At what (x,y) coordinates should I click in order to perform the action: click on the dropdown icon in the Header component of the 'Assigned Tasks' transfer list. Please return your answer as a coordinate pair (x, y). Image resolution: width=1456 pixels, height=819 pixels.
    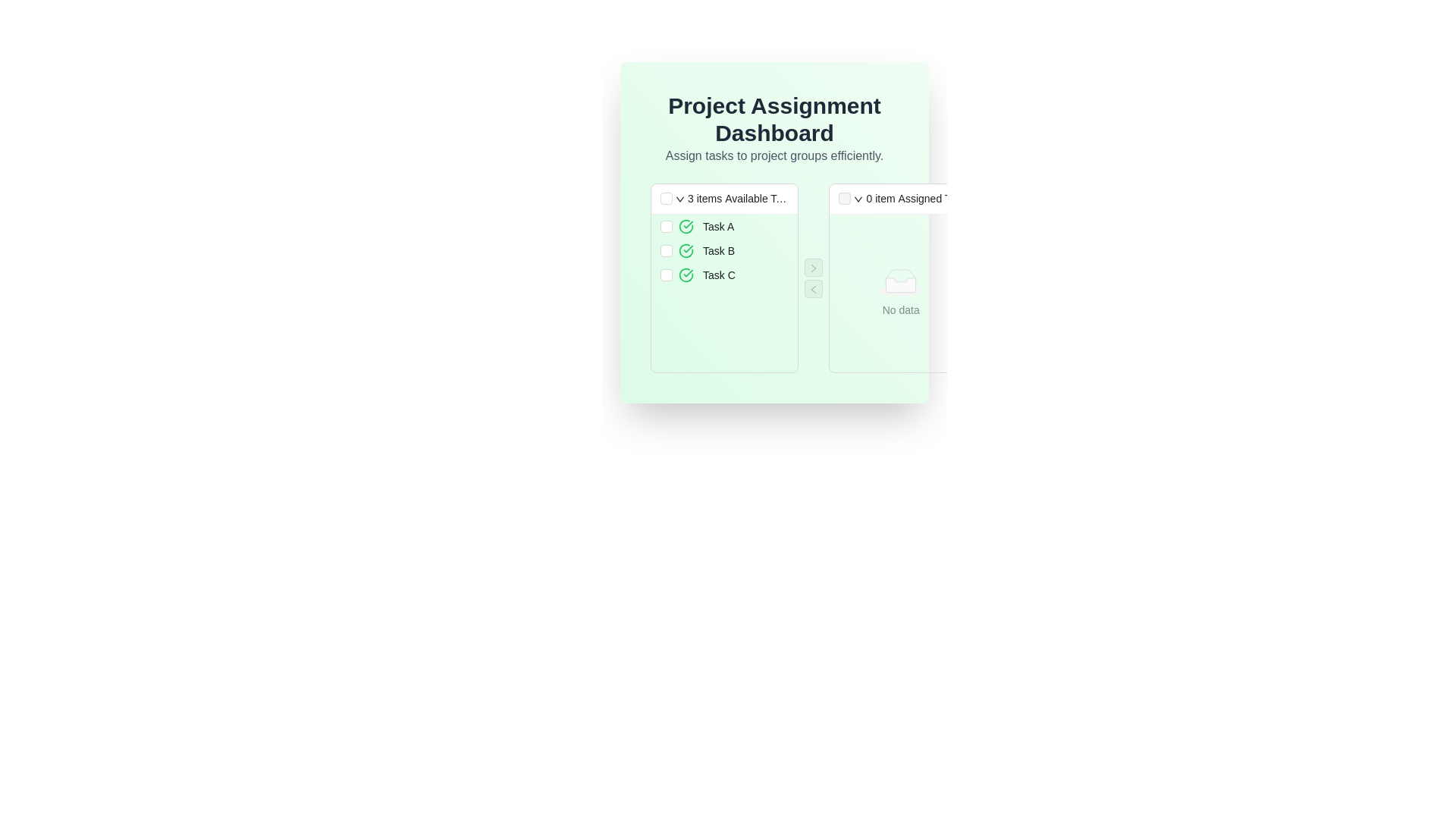
    Looking at the image, I should click on (901, 198).